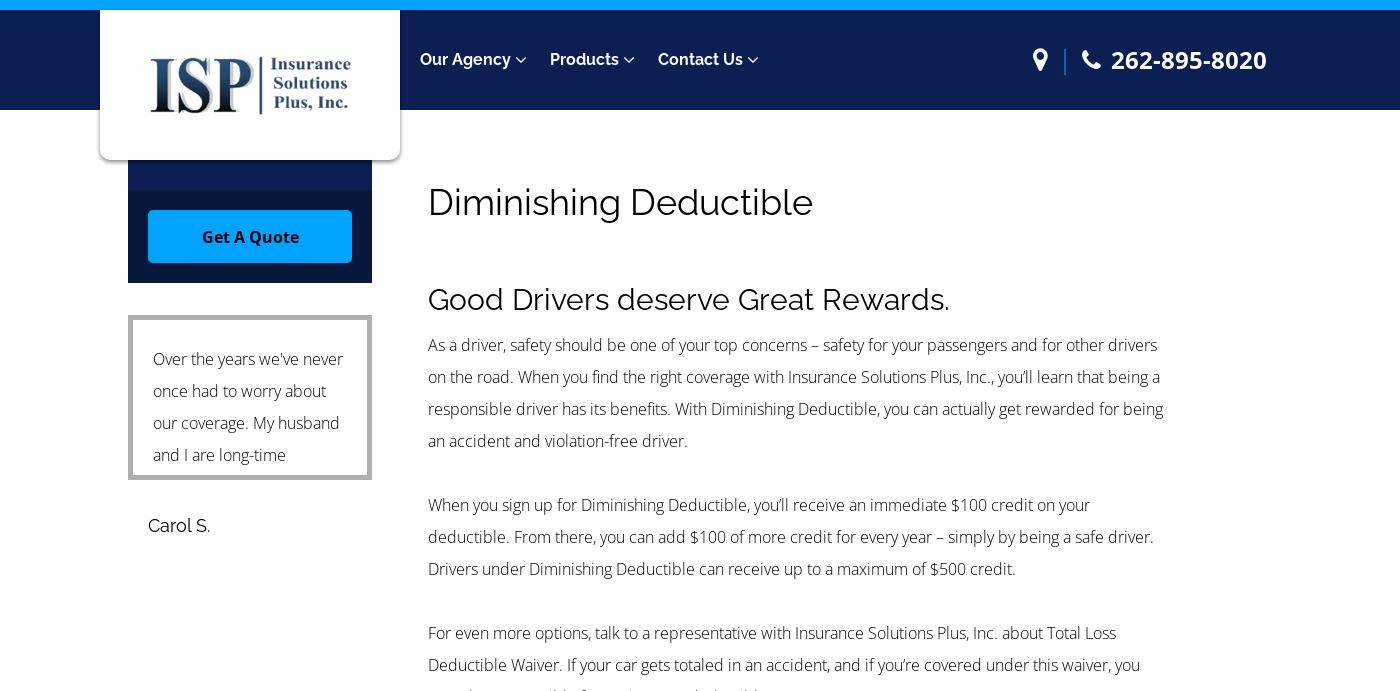 The image size is (1400, 691). What do you see at coordinates (179, 524) in the screenshot?
I see `'Carol S.'` at bounding box center [179, 524].